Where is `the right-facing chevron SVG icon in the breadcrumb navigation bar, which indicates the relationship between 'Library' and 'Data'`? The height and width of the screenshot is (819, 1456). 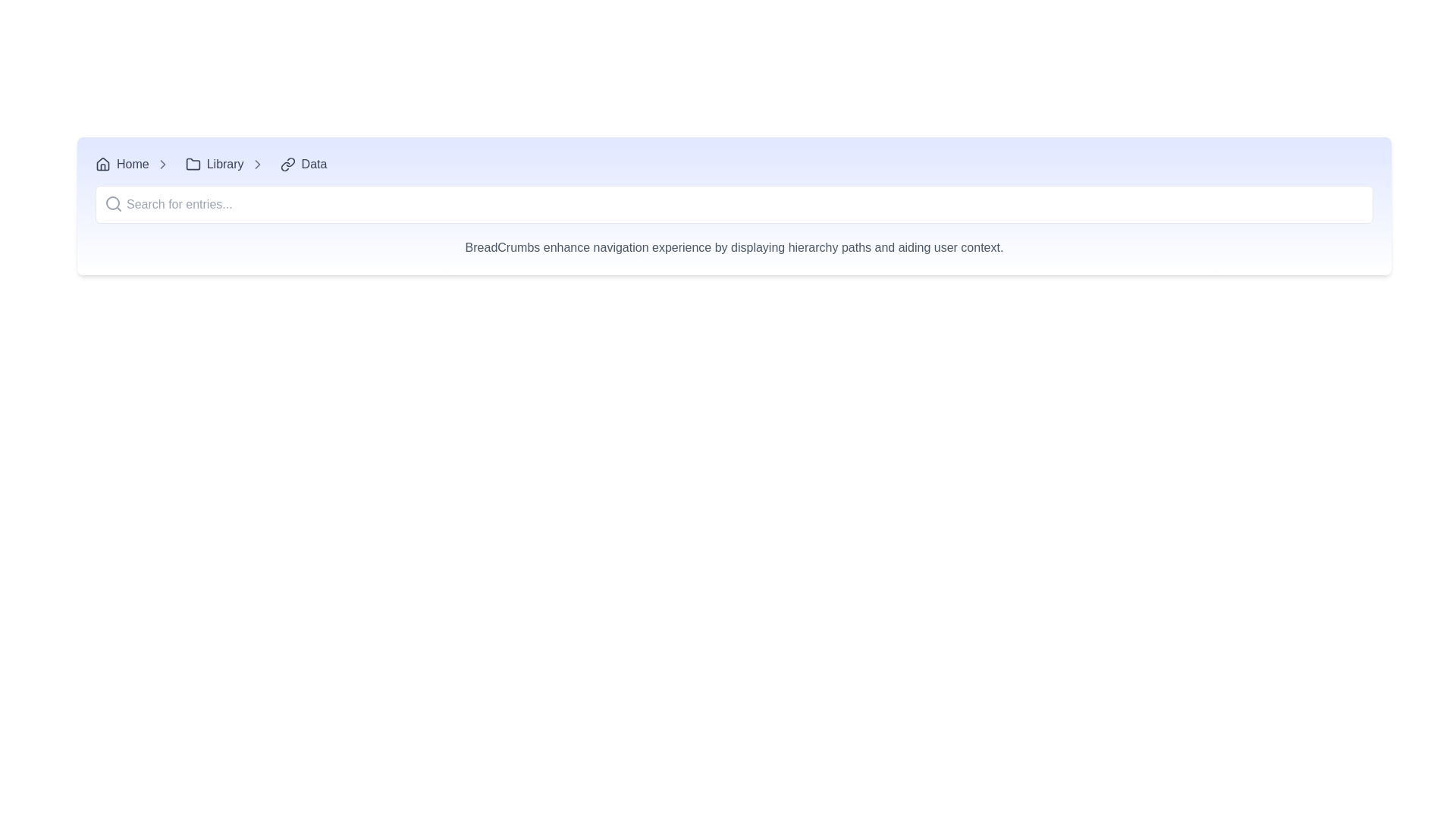 the right-facing chevron SVG icon in the breadcrumb navigation bar, which indicates the relationship between 'Library' and 'Data' is located at coordinates (257, 164).